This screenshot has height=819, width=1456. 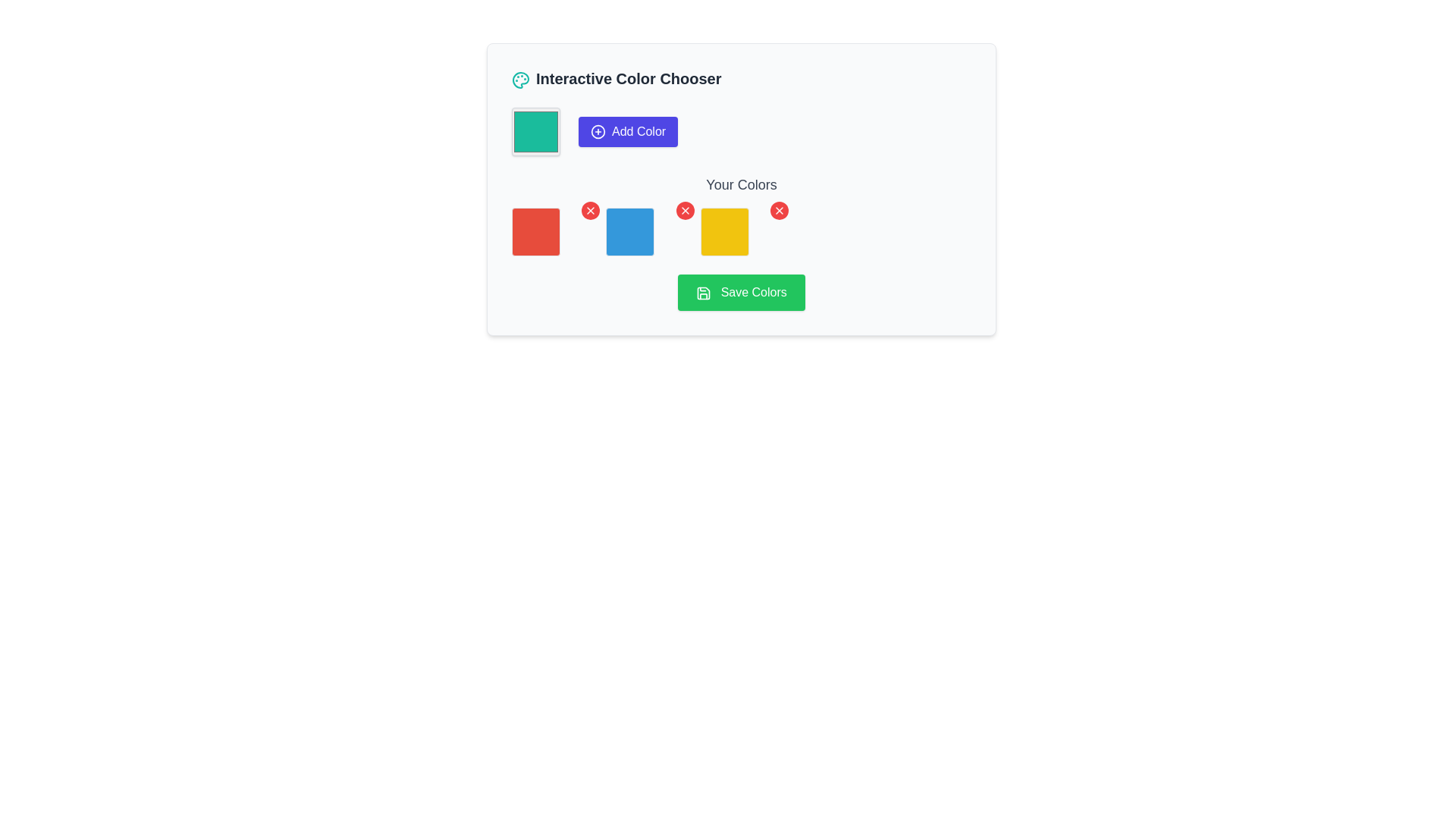 I want to click on the second square color display placeholder in the 'Your Colors' section, which is positioned between a red square and a yellow square, so click(x=630, y=231).